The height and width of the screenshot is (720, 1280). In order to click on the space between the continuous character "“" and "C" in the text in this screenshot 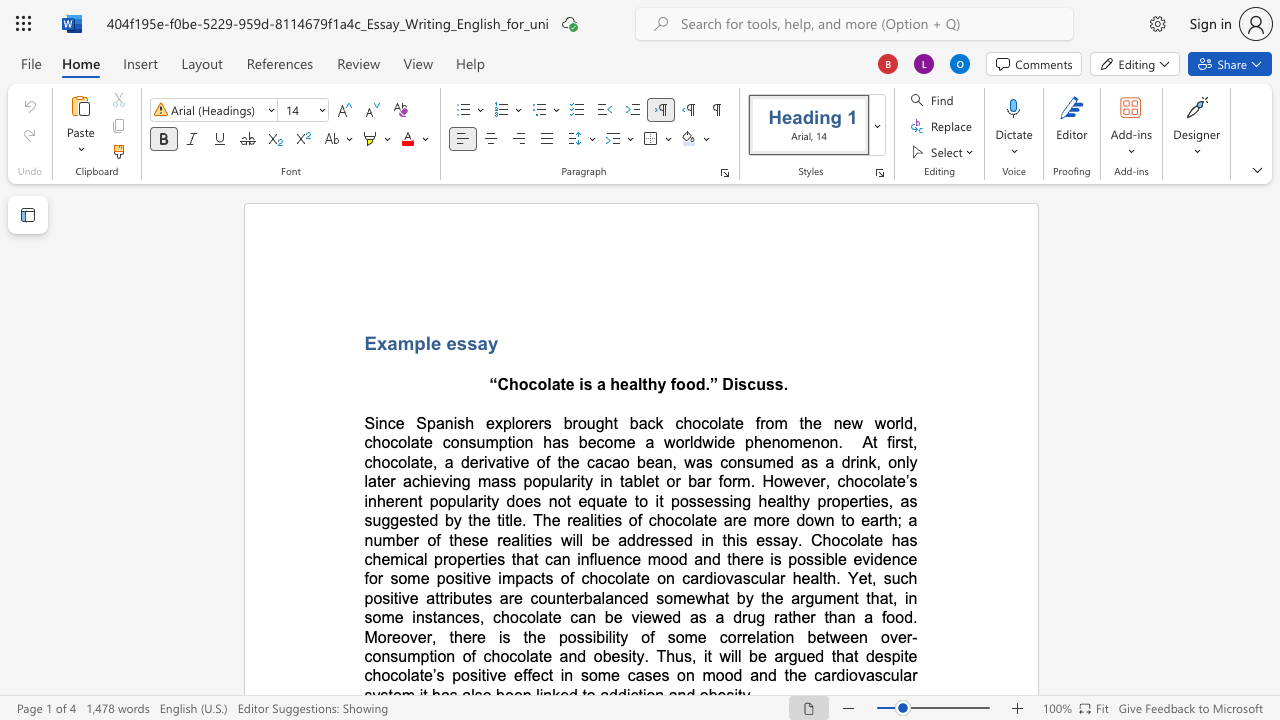, I will do `click(498, 384)`.